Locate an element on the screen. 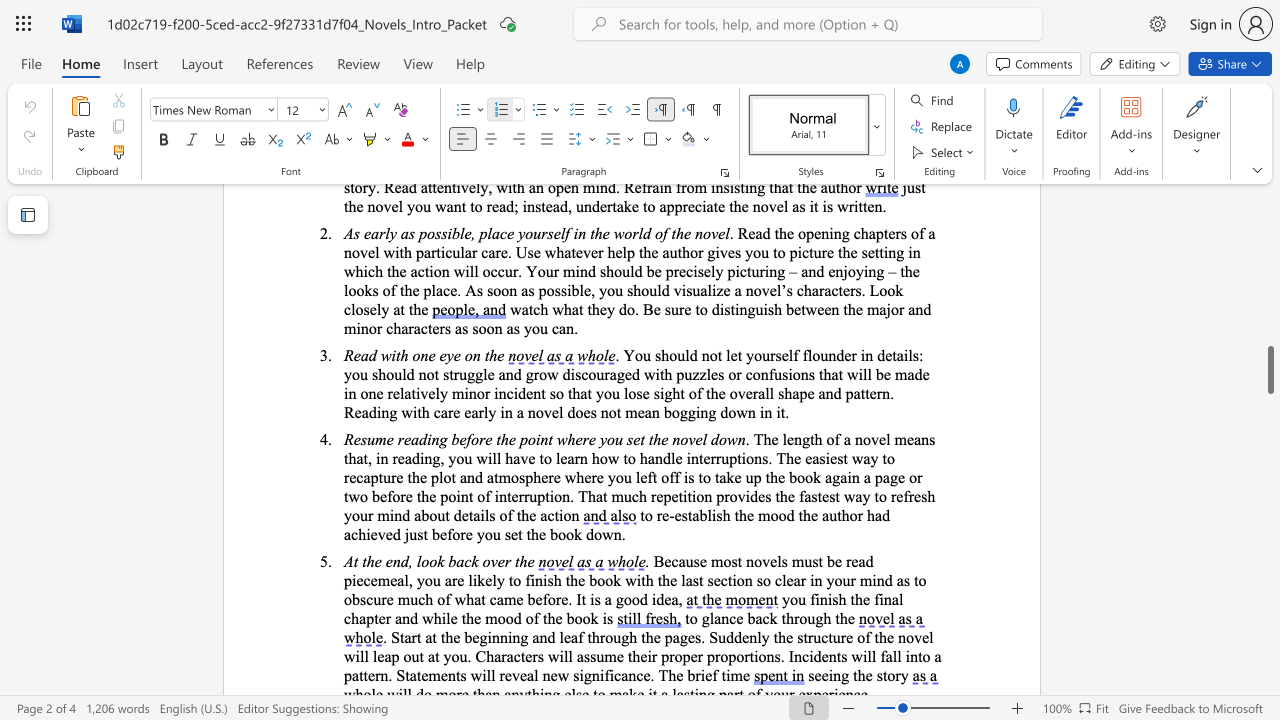  the 6th character "h" in the text is located at coordinates (362, 533).